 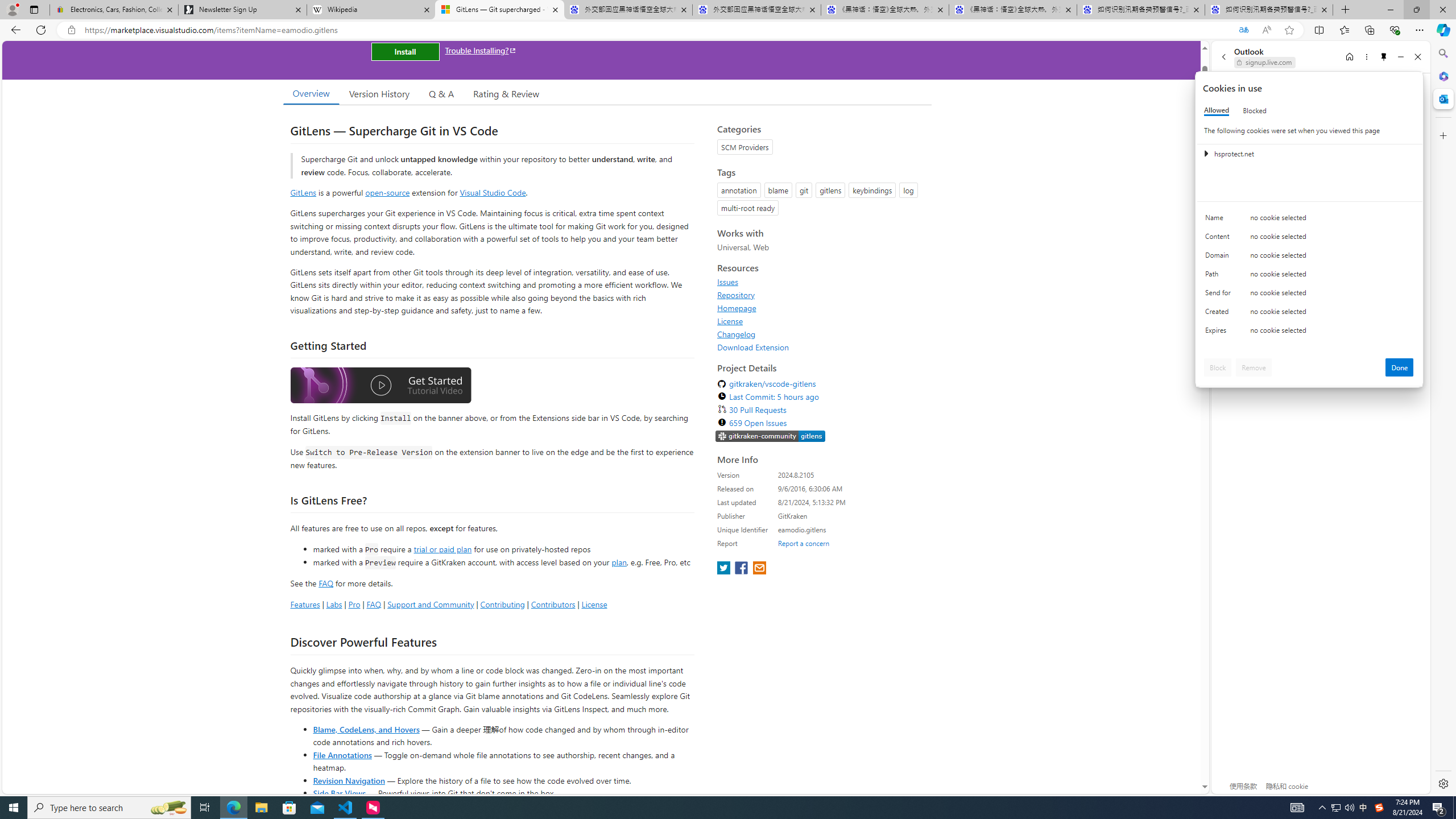 I want to click on 'Issues', so click(x=728, y=282).